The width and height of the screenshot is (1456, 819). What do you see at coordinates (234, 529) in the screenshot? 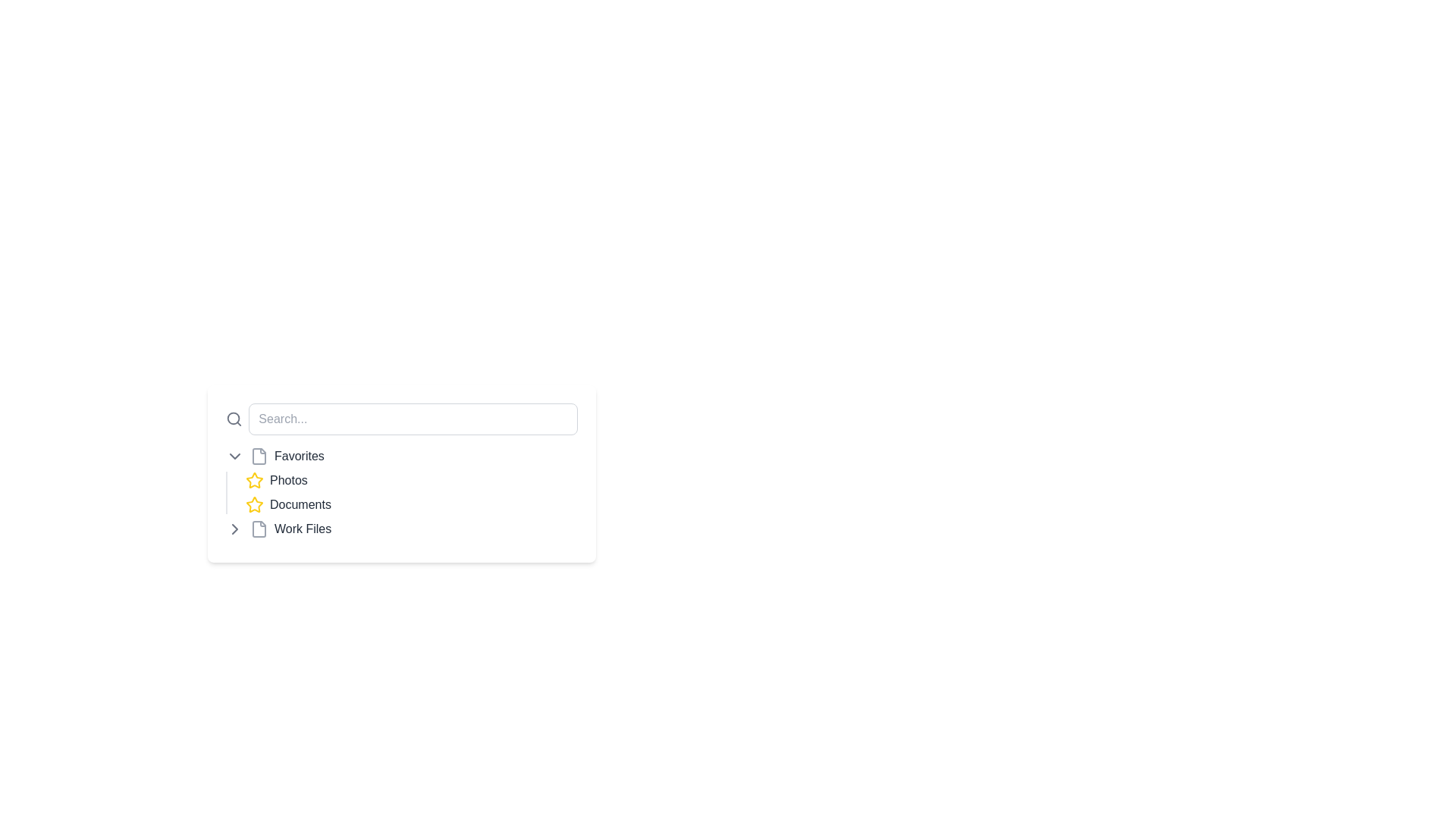
I see `the chevron-shaped icon pointing to the right, located to the left of the 'Work Files' entry in the sidebar menu` at bounding box center [234, 529].